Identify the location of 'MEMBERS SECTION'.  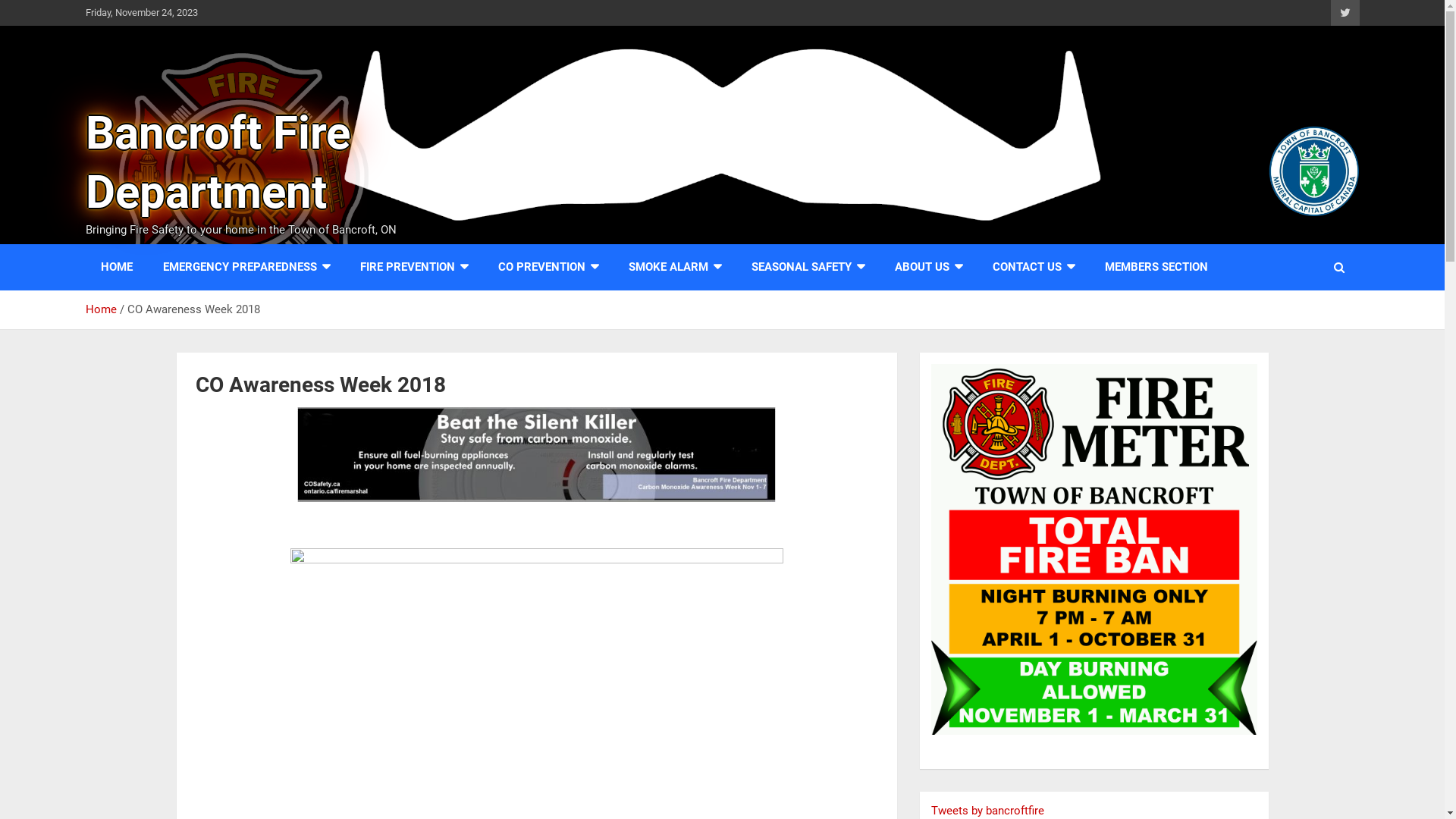
(1154, 266).